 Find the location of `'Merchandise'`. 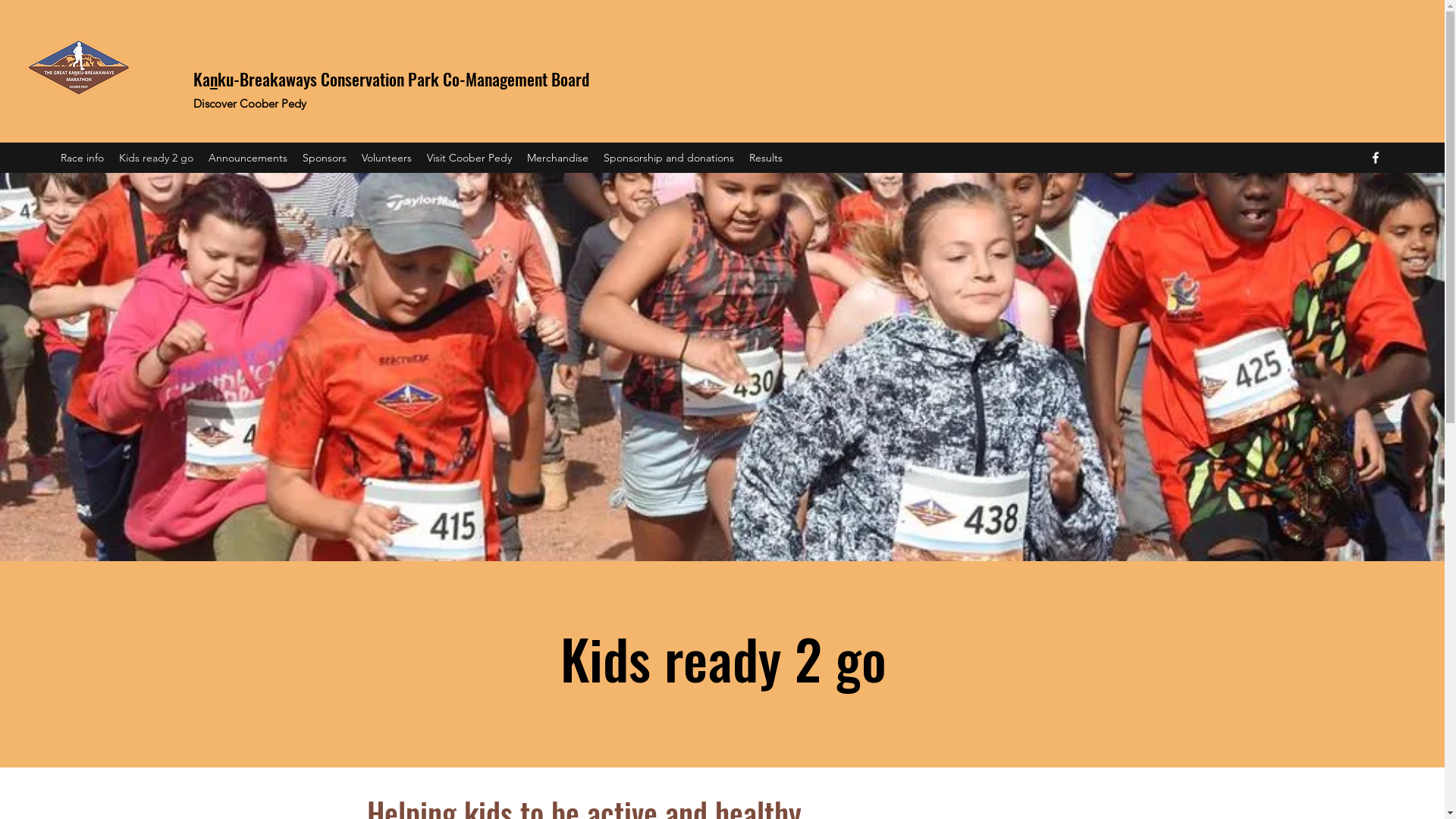

'Merchandise' is located at coordinates (557, 158).